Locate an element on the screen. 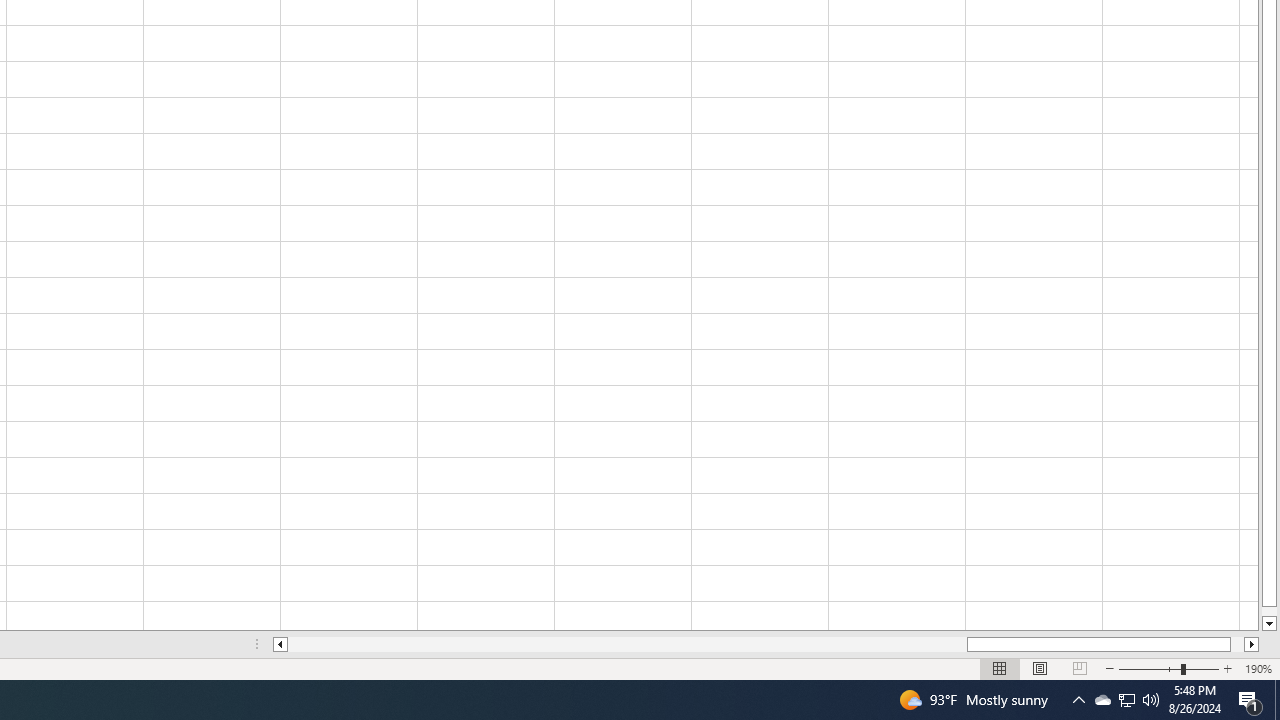  'Zoom In' is located at coordinates (1226, 669).